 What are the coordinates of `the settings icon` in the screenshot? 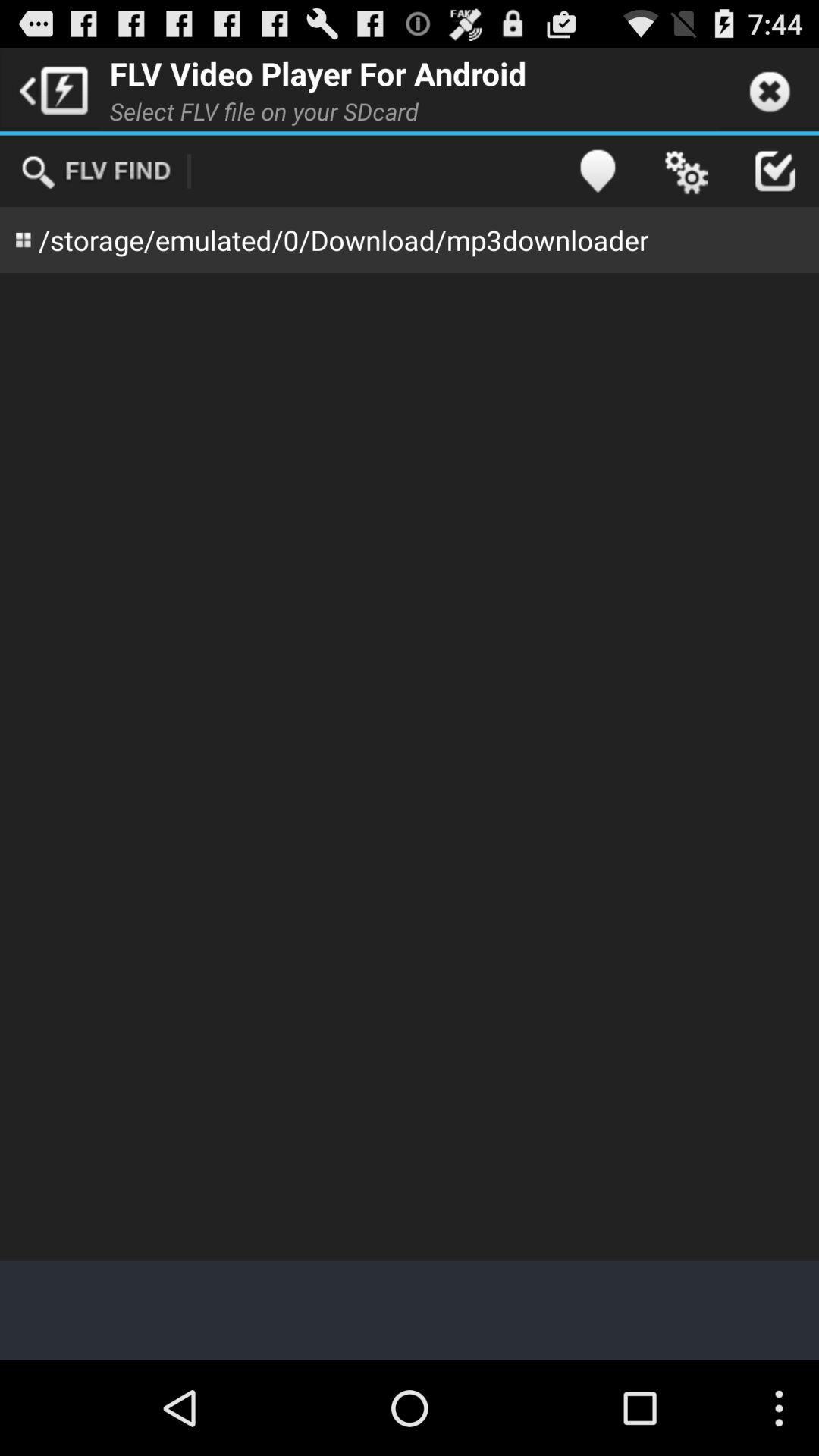 It's located at (686, 182).